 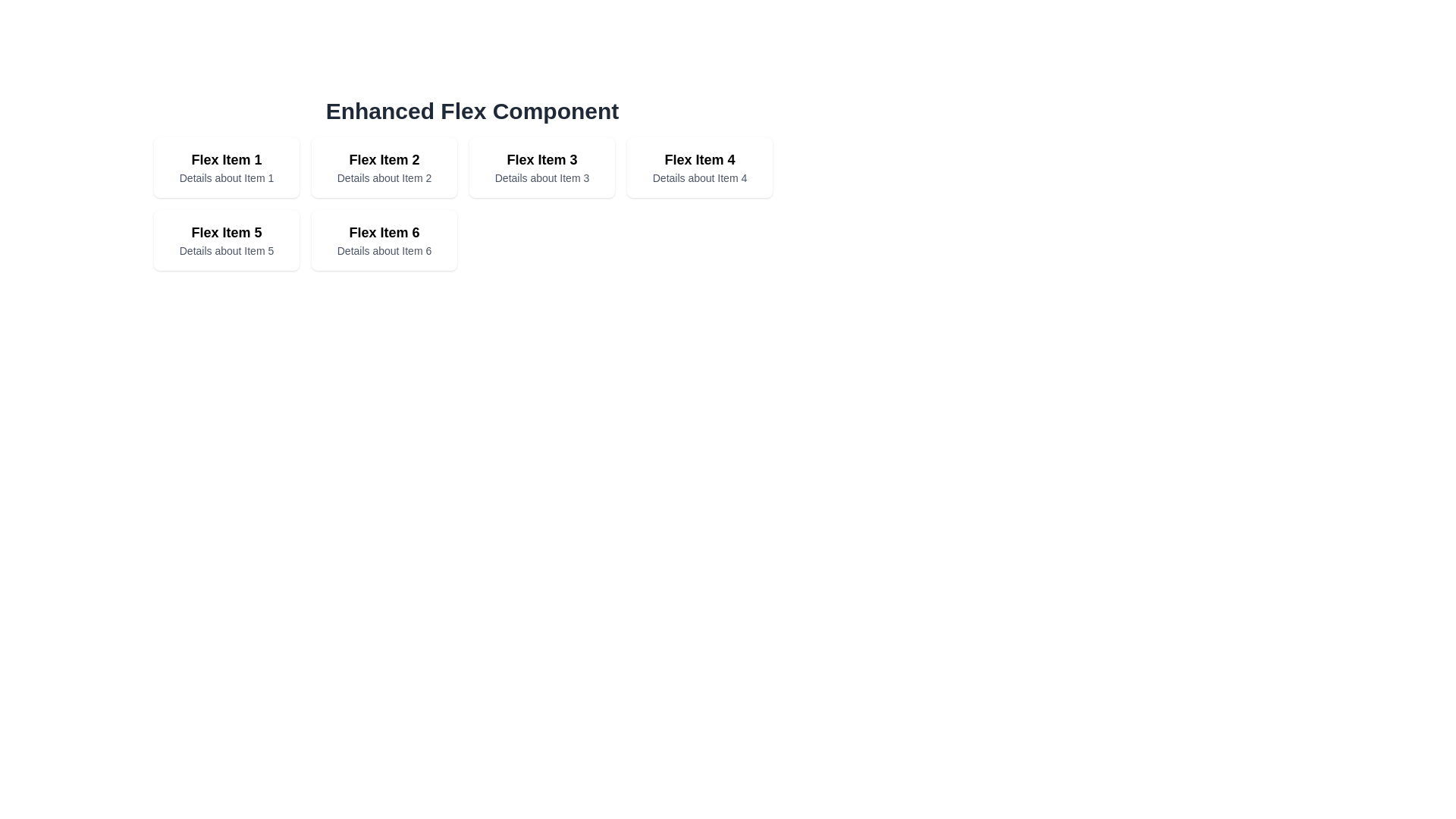 What do you see at coordinates (225, 160) in the screenshot?
I see `the text heading that reads 'Flex Item 1', which is styled with a larger font size and bold weight, located in the top-left quadrant of a grid layout` at bounding box center [225, 160].